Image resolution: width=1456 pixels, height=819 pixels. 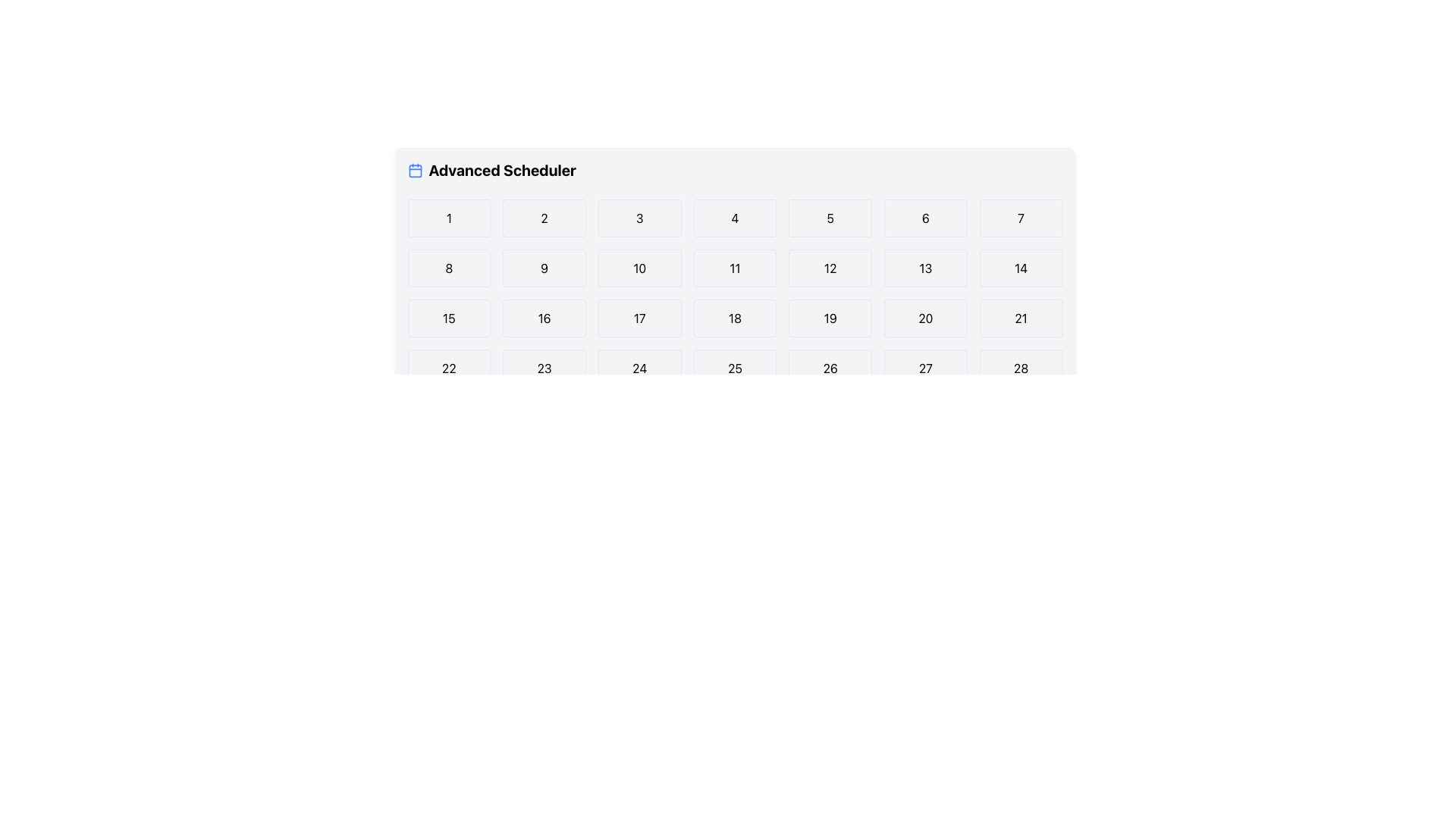 What do you see at coordinates (448, 218) in the screenshot?
I see `the first button in the grid below the 'Advanced Scheduler' title` at bounding box center [448, 218].